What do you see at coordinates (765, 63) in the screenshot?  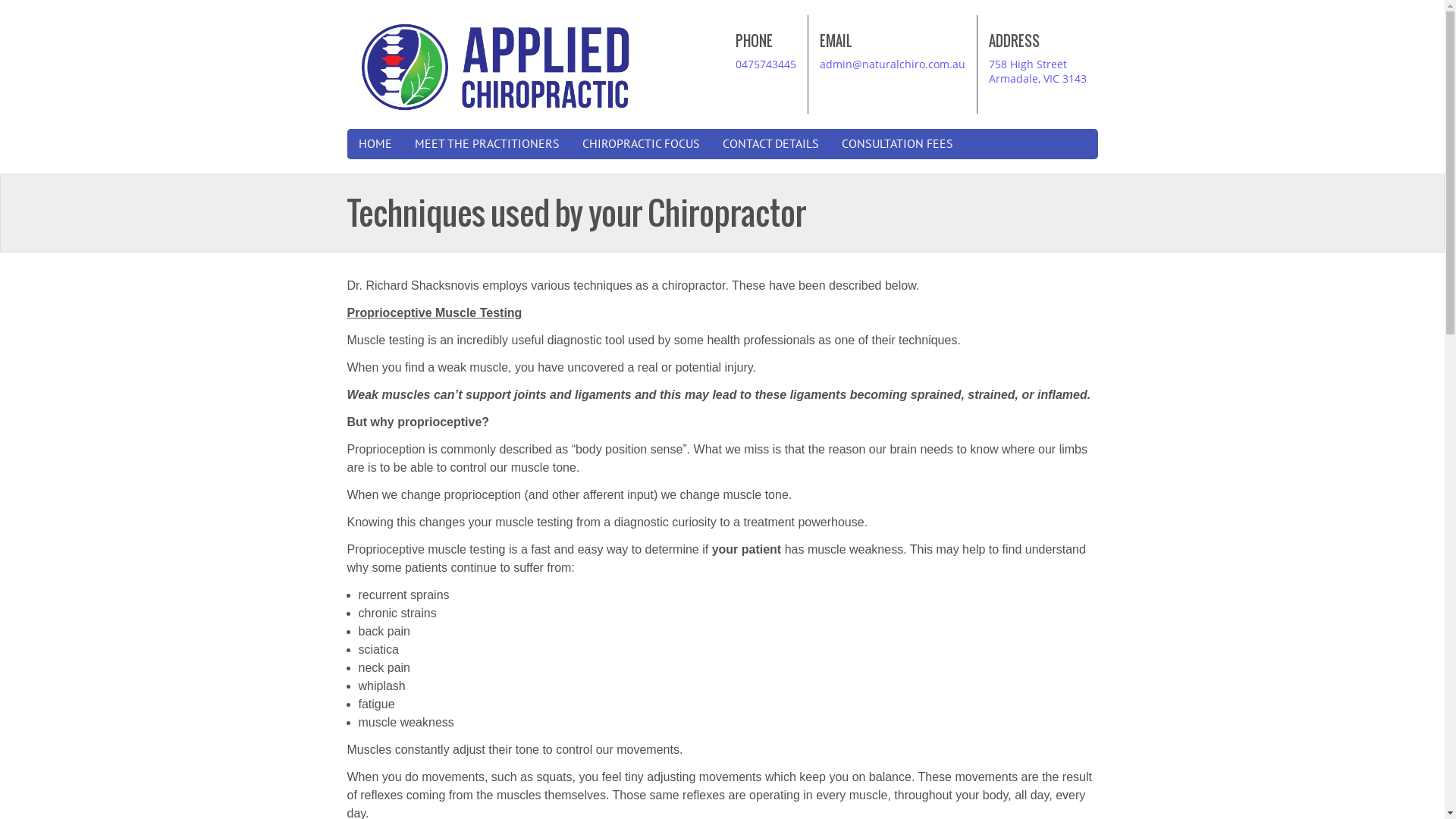 I see `'0475743445'` at bounding box center [765, 63].